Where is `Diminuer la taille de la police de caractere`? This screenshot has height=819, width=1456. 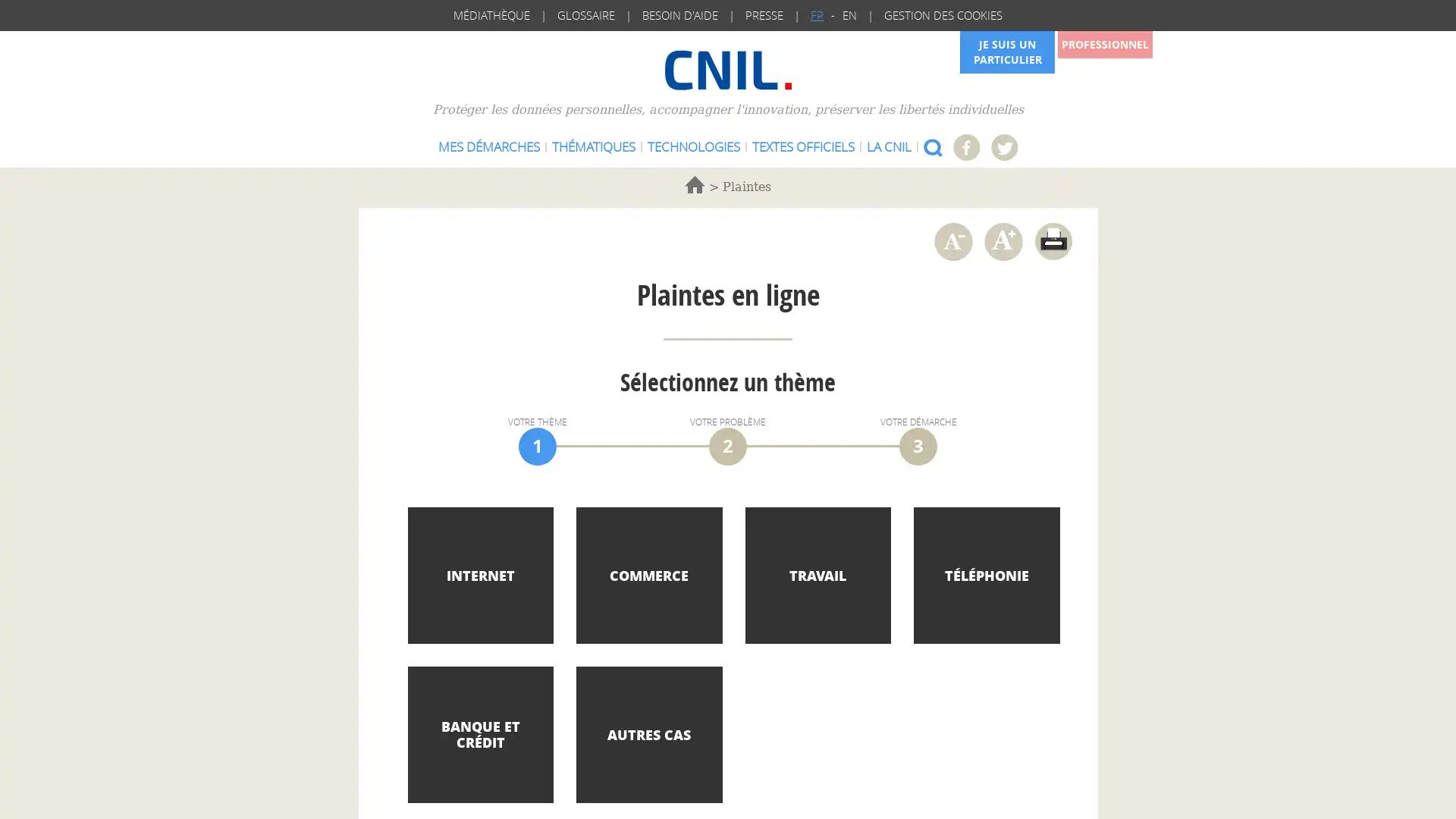 Diminuer la taille de la police de caractere is located at coordinates (952, 240).